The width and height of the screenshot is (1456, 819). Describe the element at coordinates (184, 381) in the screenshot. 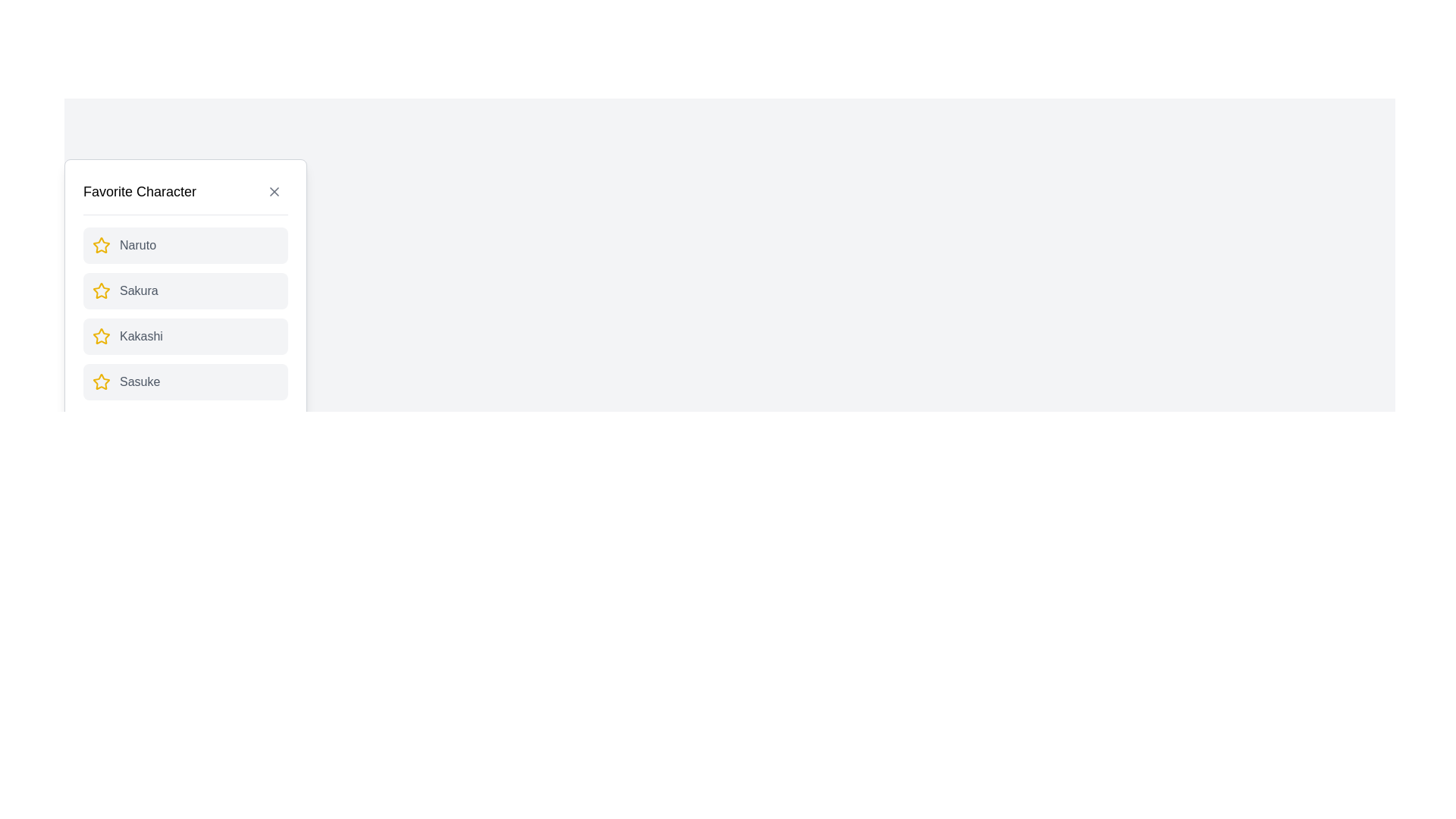

I see `the fourth button labeled 'Sasuke' in the vertically stacked list of selectable characters` at that location.